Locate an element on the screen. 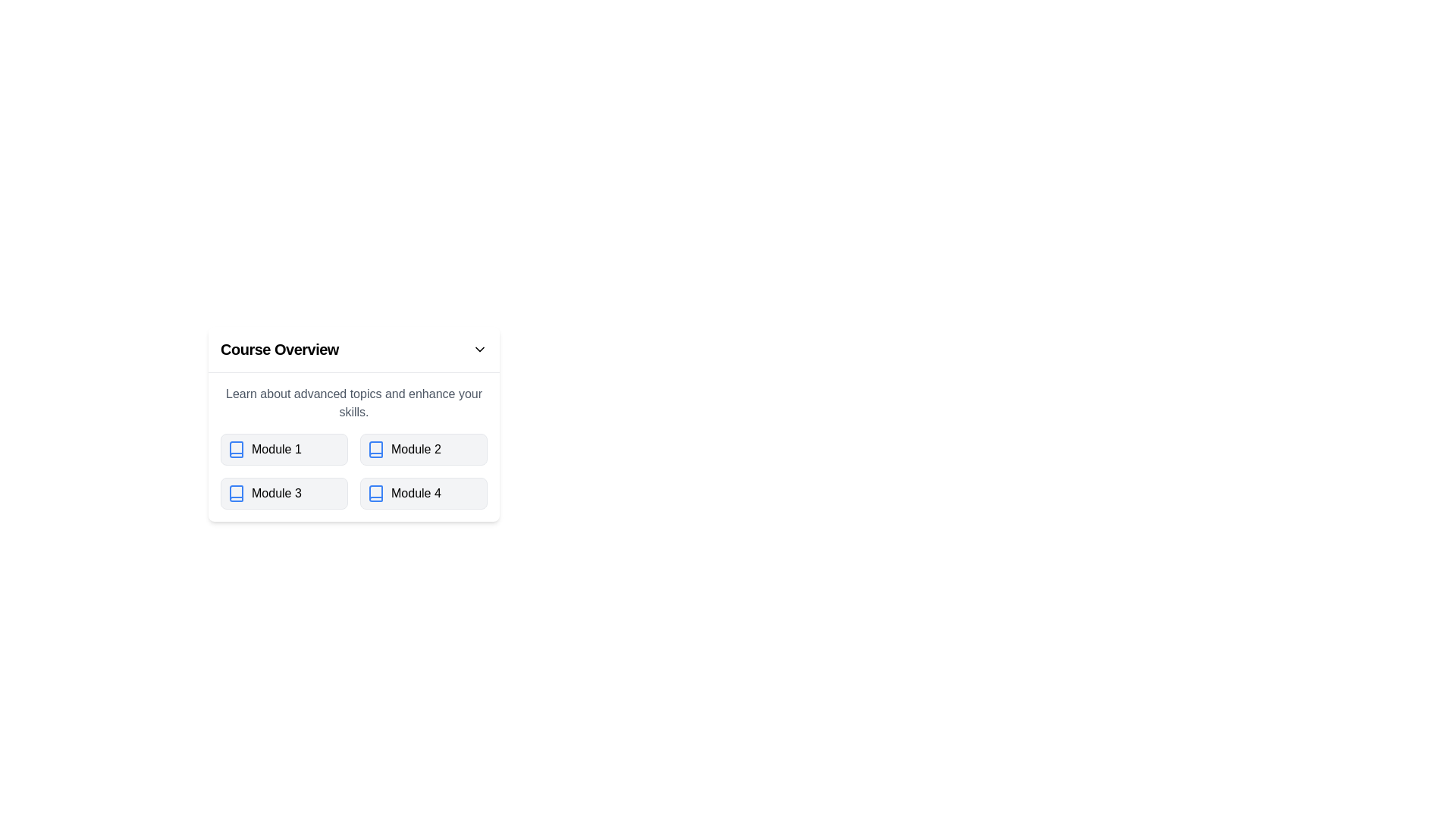 The width and height of the screenshot is (1456, 819). the Text Label for Module 4, which indicates its function as a selectable option is located at coordinates (416, 494).